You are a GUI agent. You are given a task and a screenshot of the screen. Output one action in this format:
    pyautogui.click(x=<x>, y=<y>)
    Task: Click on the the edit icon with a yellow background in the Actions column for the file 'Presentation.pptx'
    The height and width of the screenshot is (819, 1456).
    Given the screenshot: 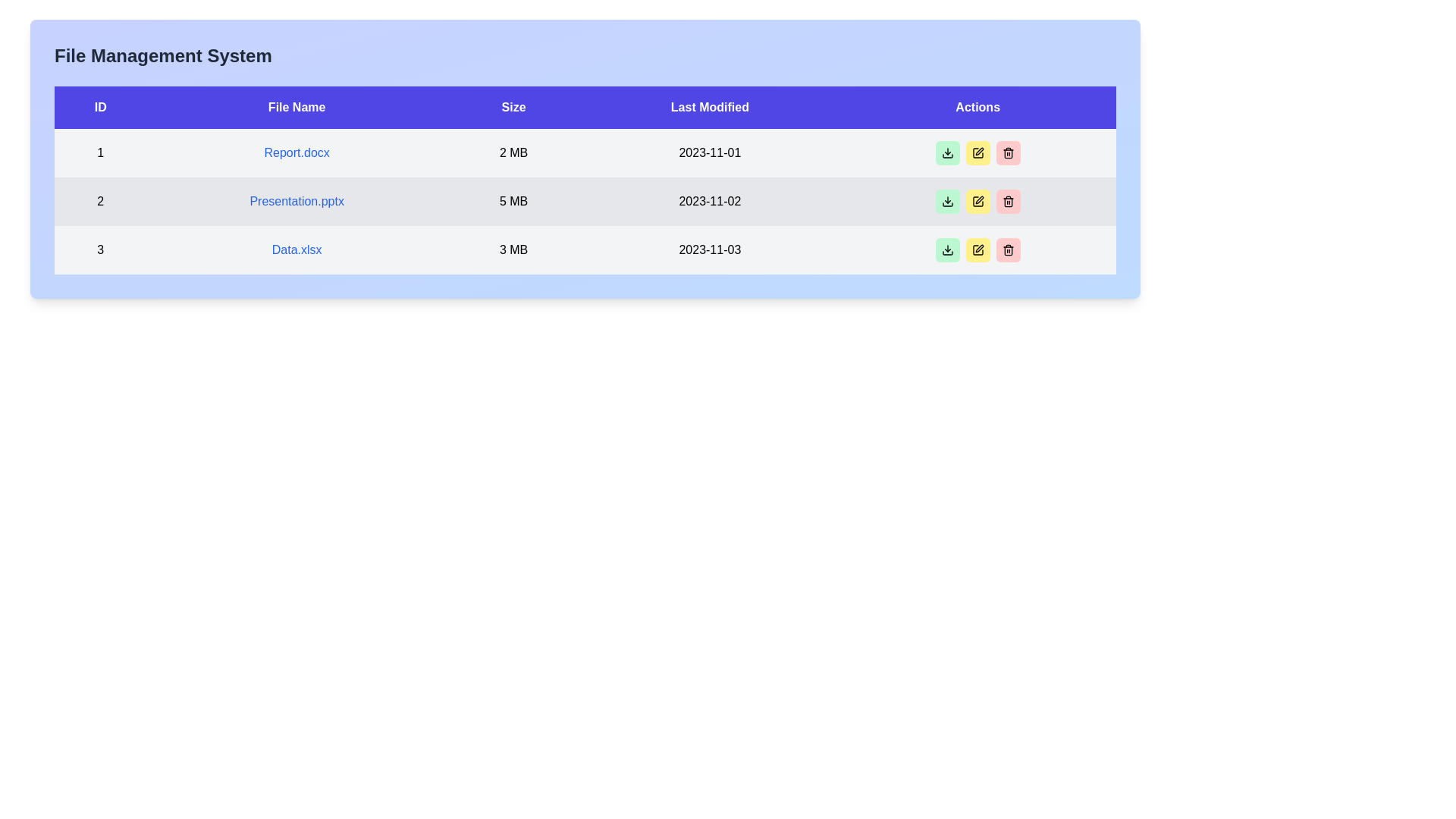 What is the action you would take?
    pyautogui.click(x=977, y=152)
    